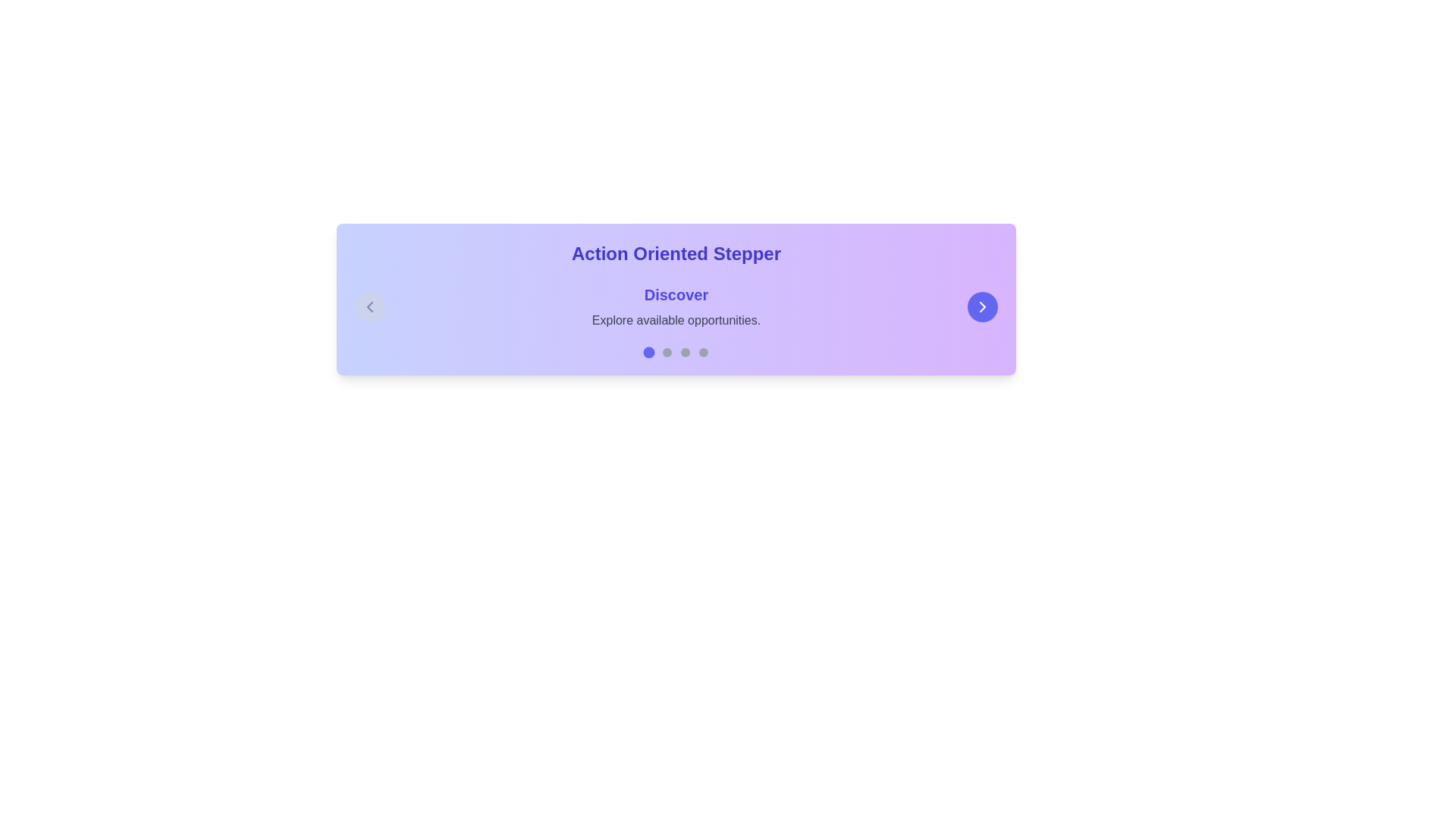  What do you see at coordinates (667, 353) in the screenshot?
I see `the second circular step indicator in the stepper UI located at the bottom center` at bounding box center [667, 353].